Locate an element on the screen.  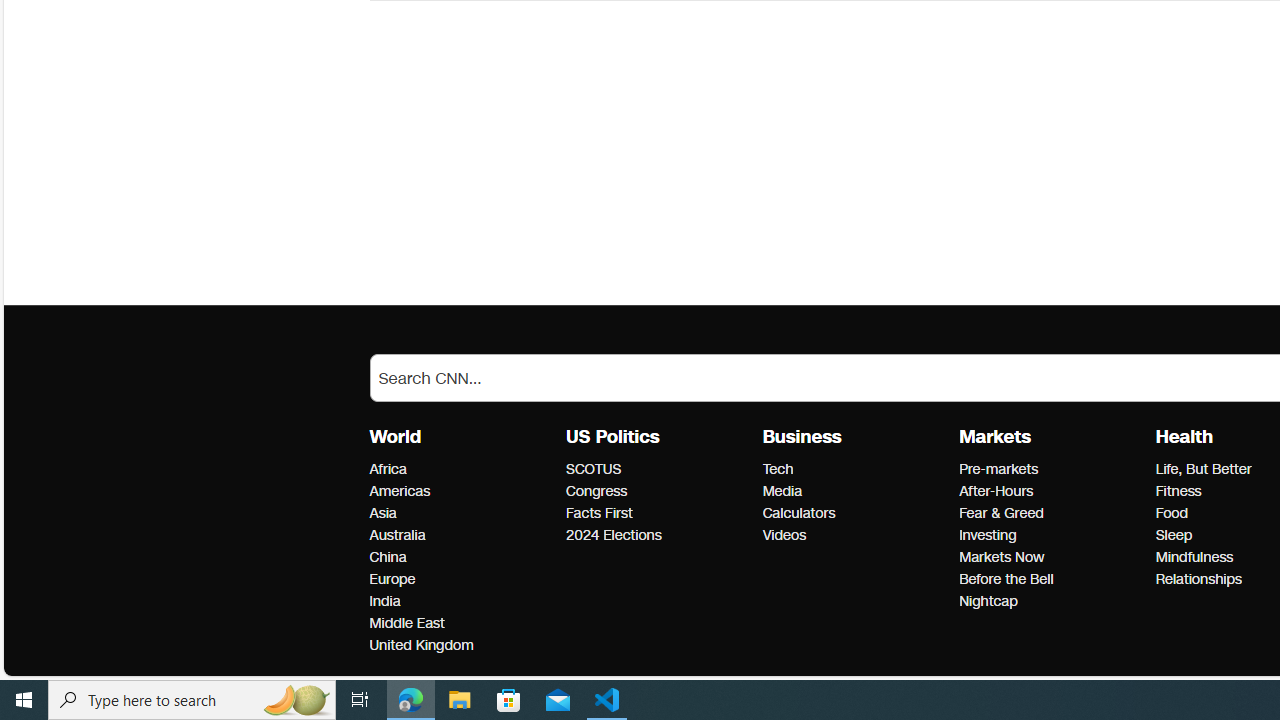
'US Politics' is located at coordinates (612, 436).